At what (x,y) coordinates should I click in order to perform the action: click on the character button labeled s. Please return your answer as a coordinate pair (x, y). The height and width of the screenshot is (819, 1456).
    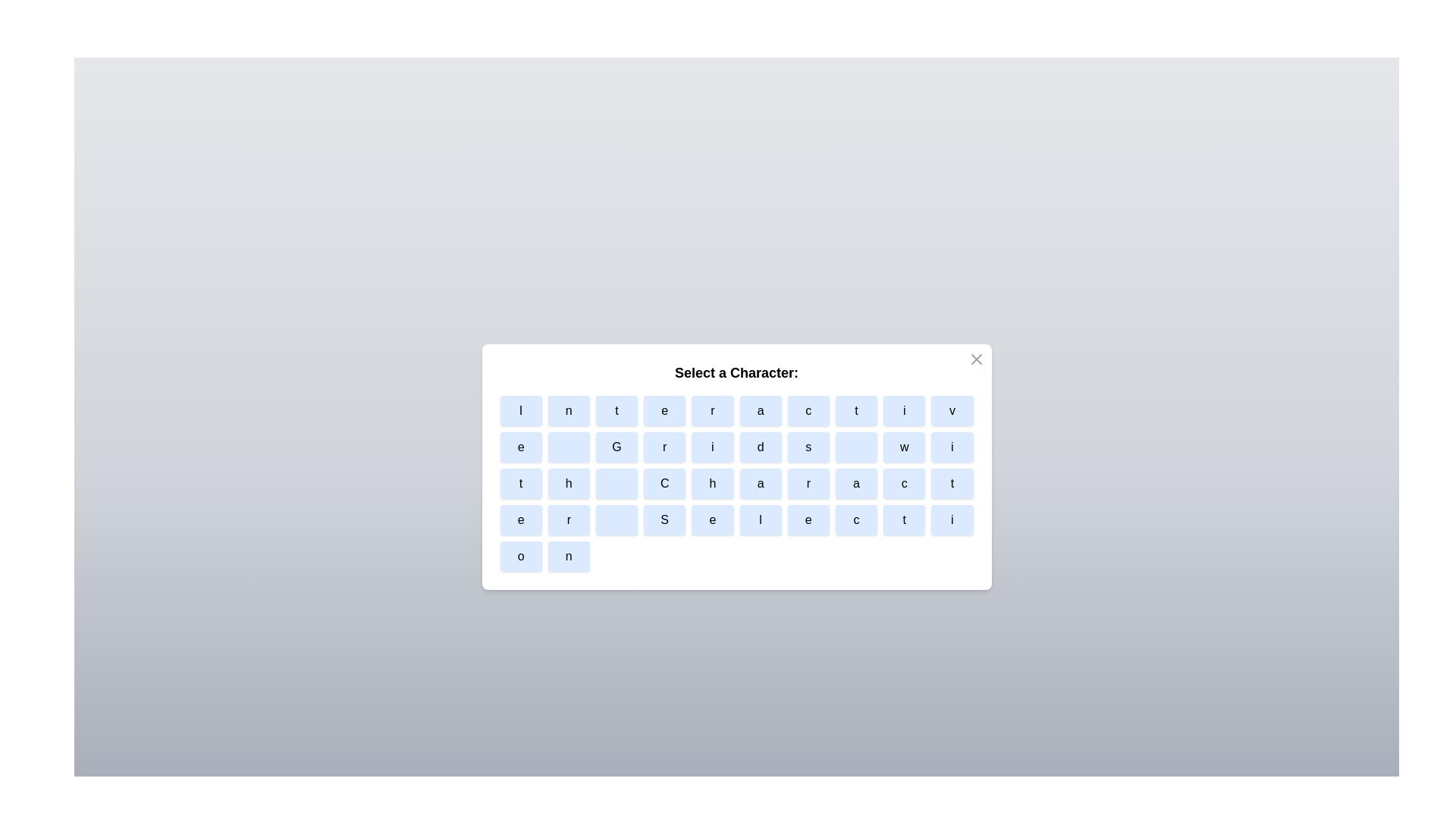
    Looking at the image, I should click on (808, 447).